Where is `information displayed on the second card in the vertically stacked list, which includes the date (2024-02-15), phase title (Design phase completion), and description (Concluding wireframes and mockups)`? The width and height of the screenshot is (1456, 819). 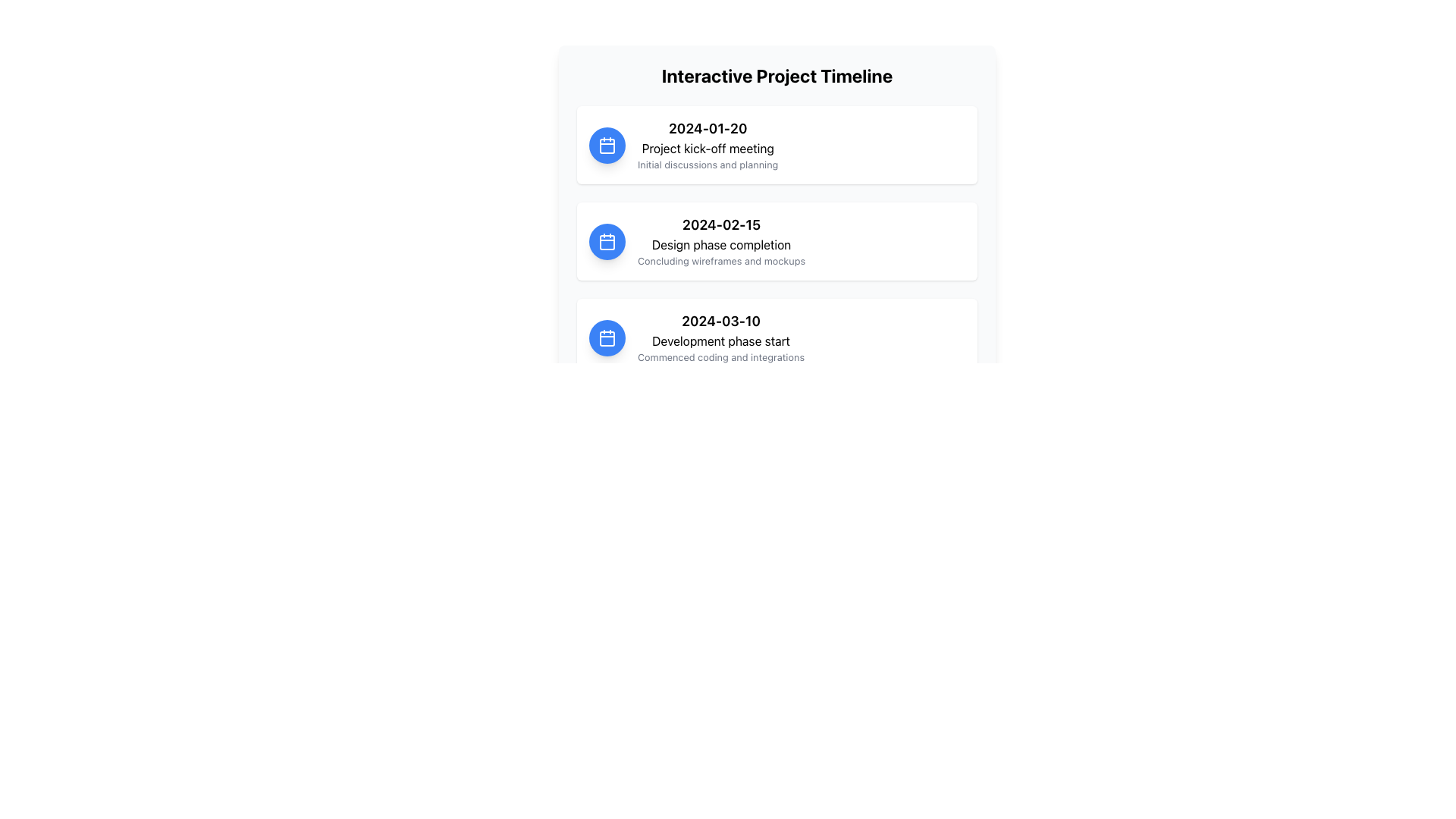 information displayed on the second card in the vertically stacked list, which includes the date (2024-02-15), phase title (Design phase completion), and description (Concluding wireframes and mockups) is located at coordinates (777, 240).